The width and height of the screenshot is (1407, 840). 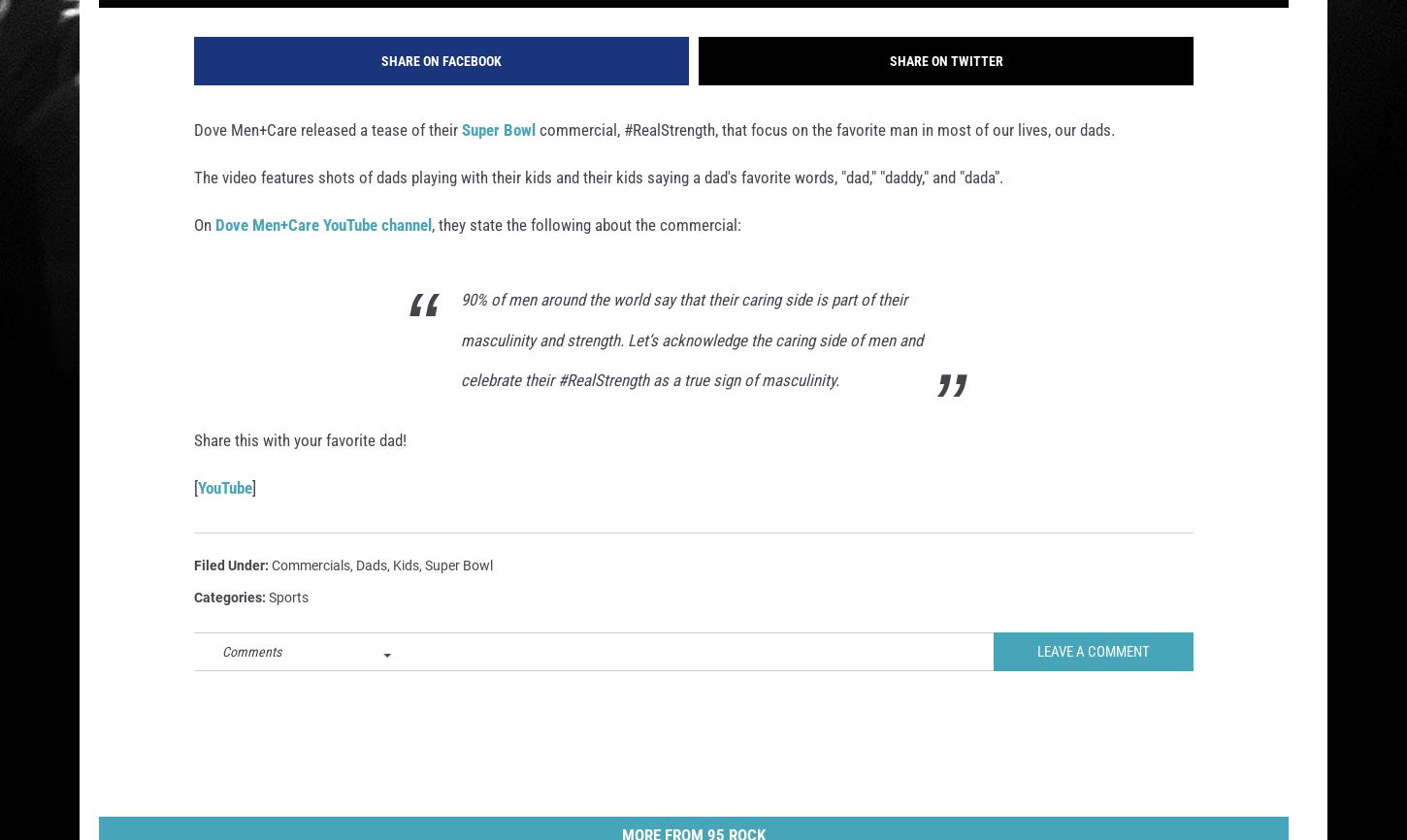 What do you see at coordinates (300, 466) in the screenshot?
I see `'Share this with your favorite dad!'` at bounding box center [300, 466].